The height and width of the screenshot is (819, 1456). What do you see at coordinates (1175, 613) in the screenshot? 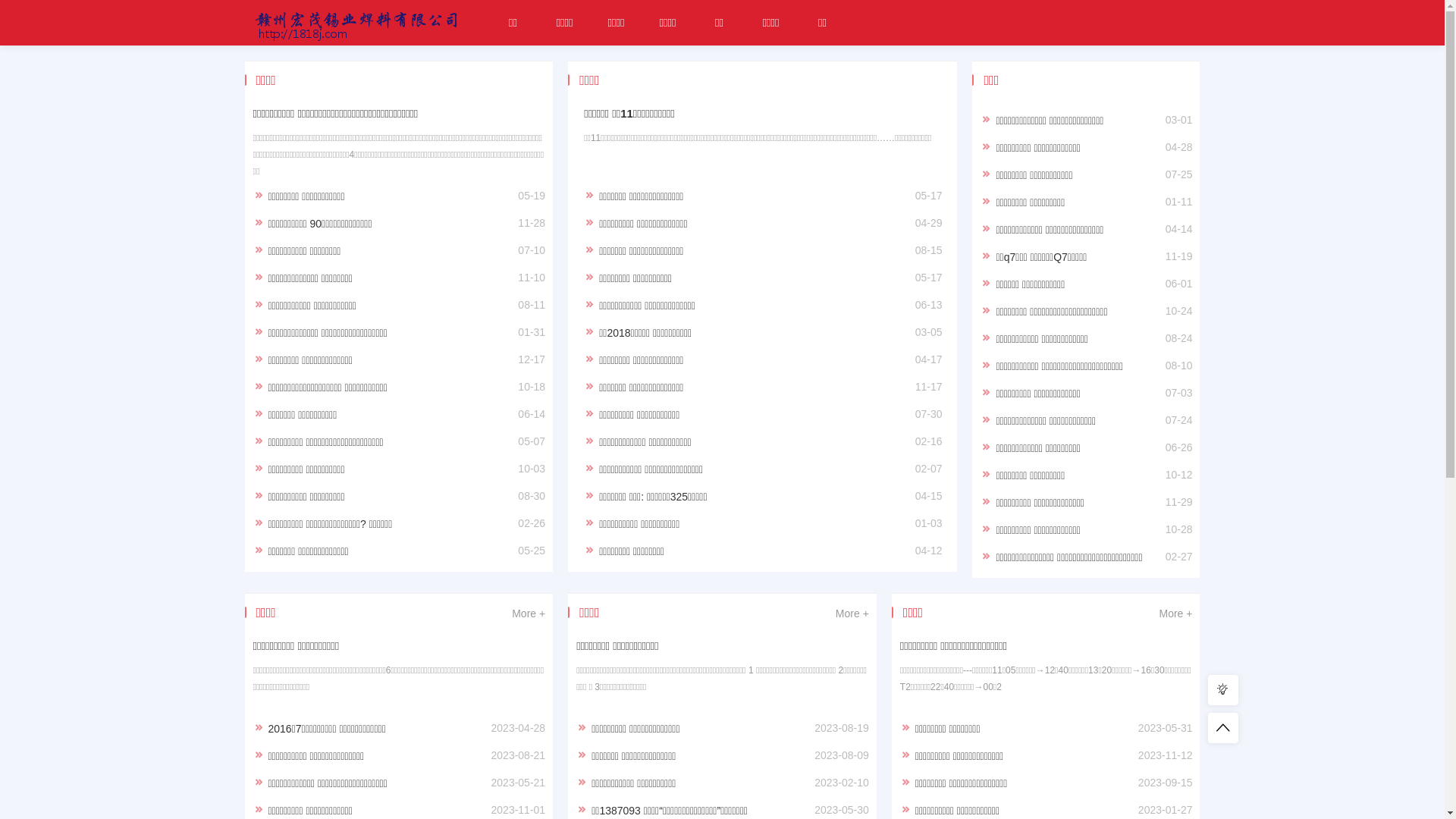
I see `'More +'` at bounding box center [1175, 613].